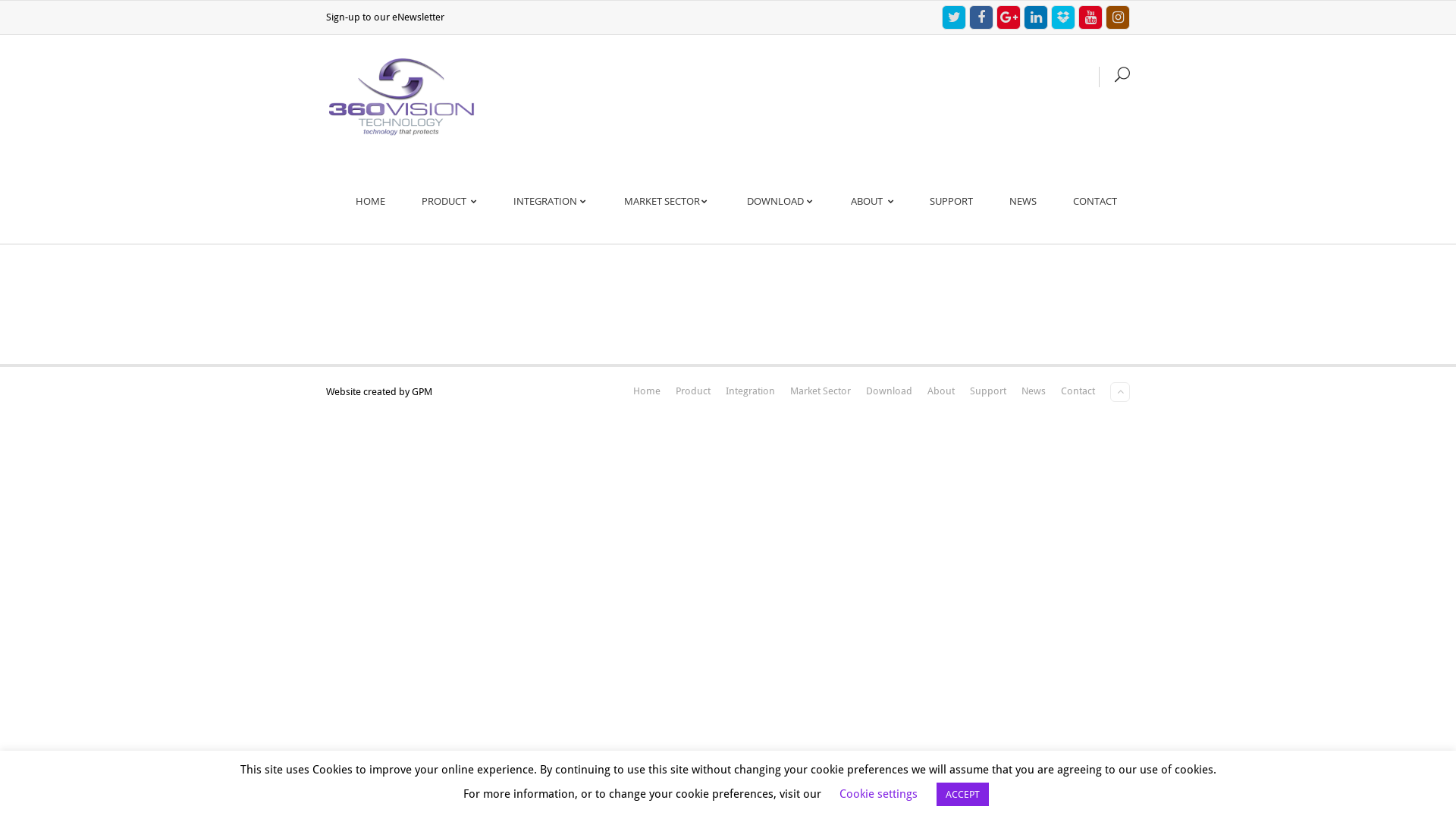 This screenshot has height=819, width=1456. I want to click on 'Integration', so click(724, 390).